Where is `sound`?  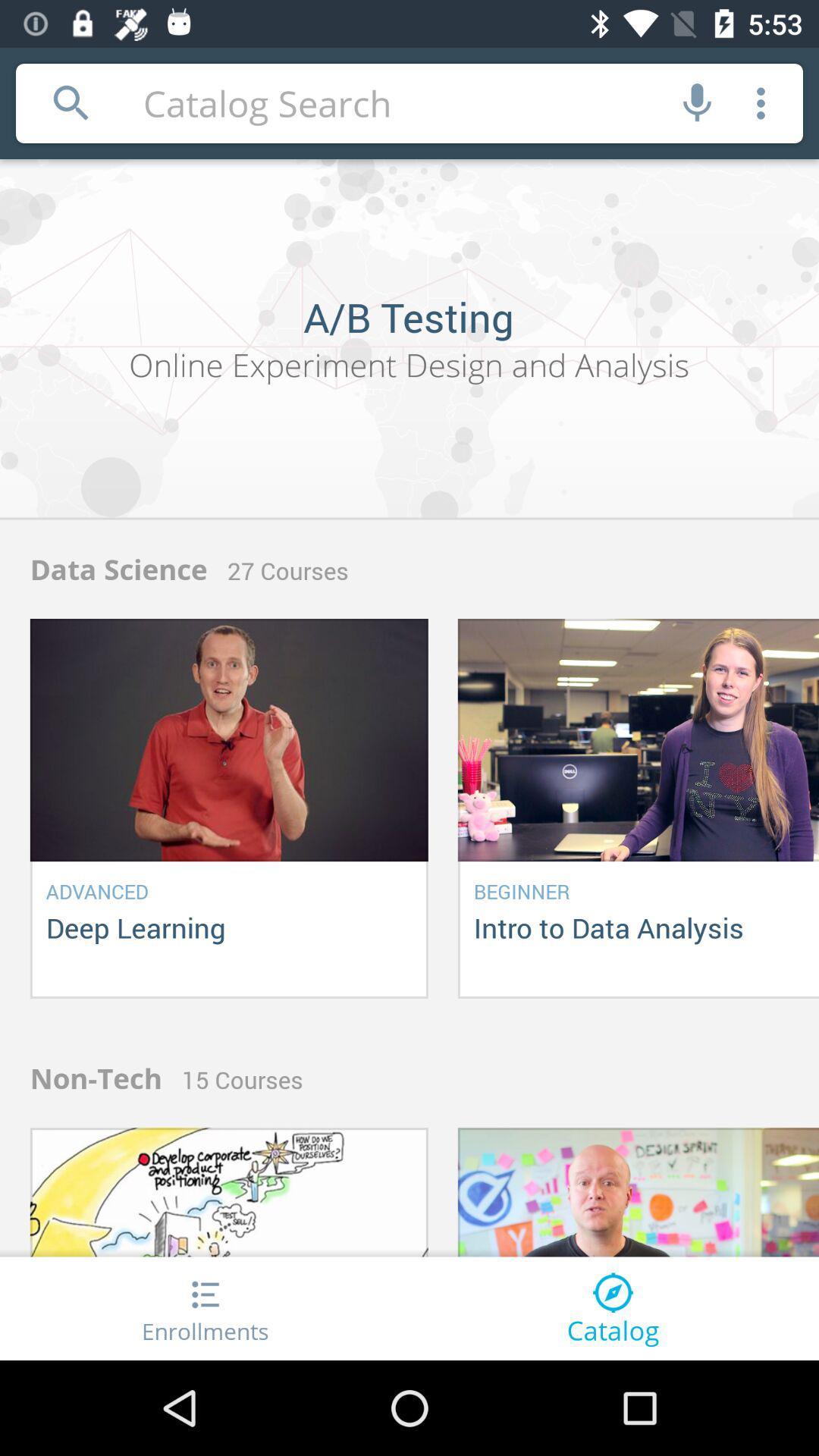
sound is located at coordinates (697, 102).